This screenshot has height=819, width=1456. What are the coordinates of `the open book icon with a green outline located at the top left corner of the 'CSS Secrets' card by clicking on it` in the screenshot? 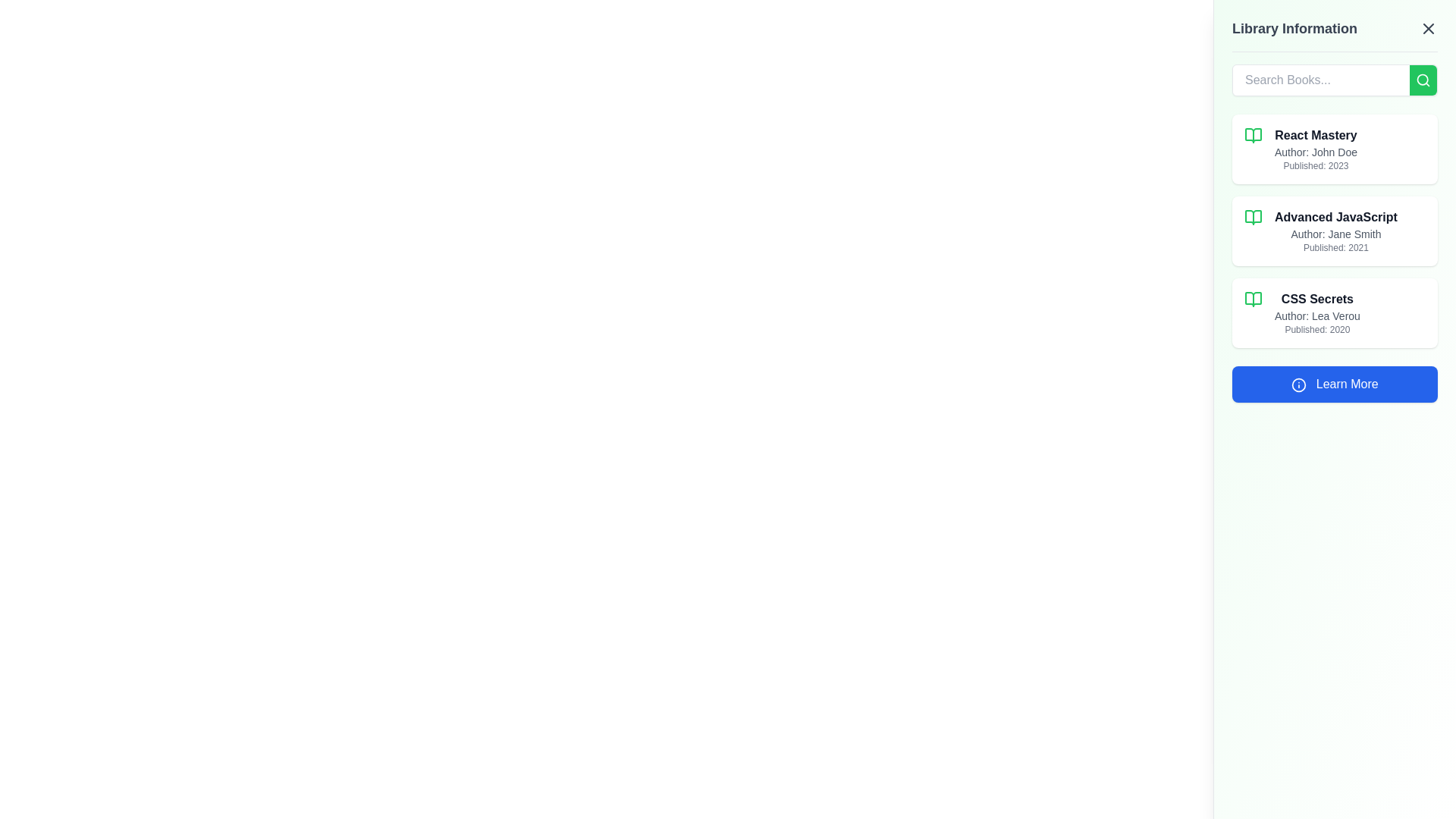 It's located at (1253, 299).